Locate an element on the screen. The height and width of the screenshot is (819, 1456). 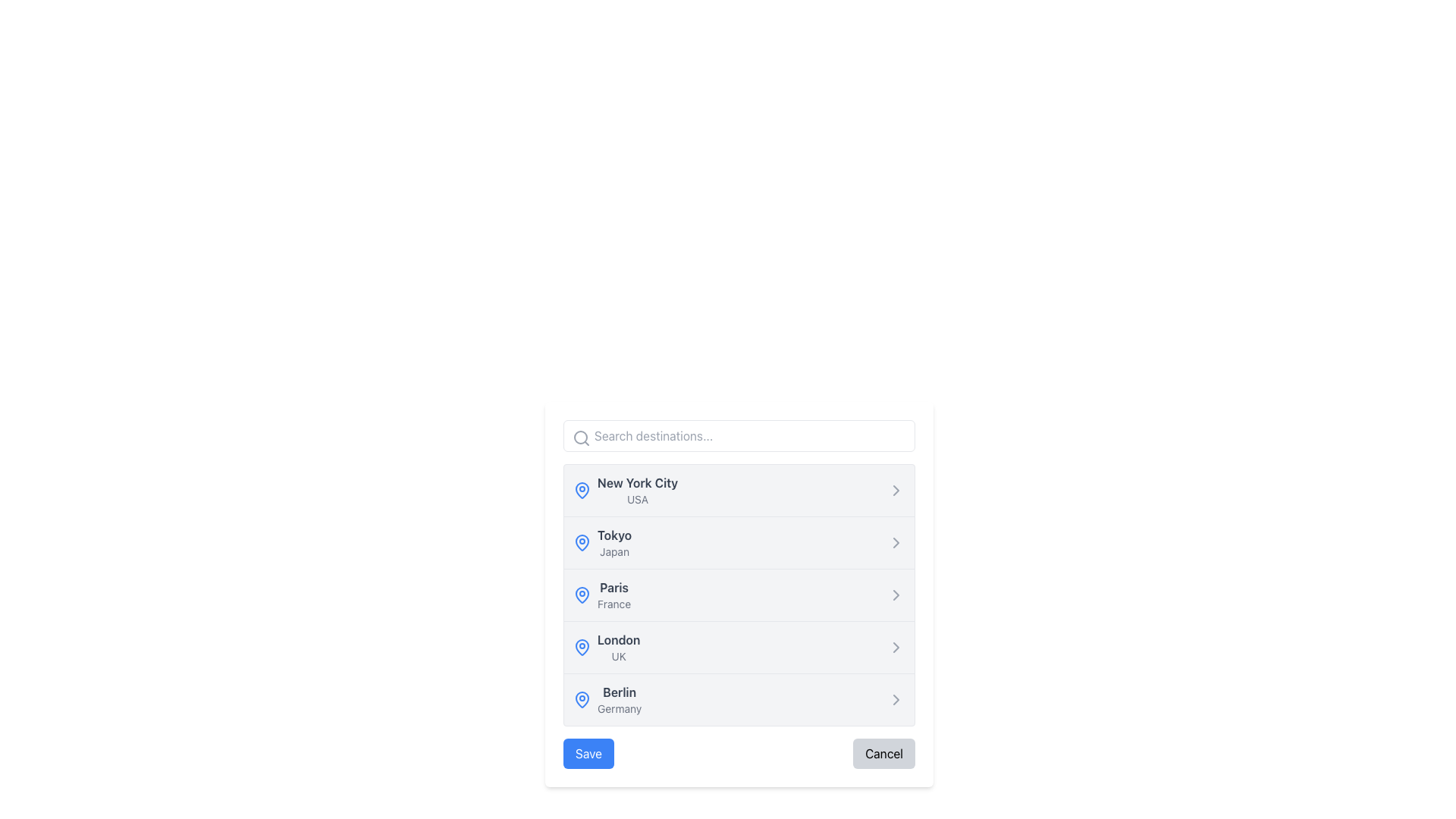
the list entry marked as 'Paris, France' is located at coordinates (739, 593).